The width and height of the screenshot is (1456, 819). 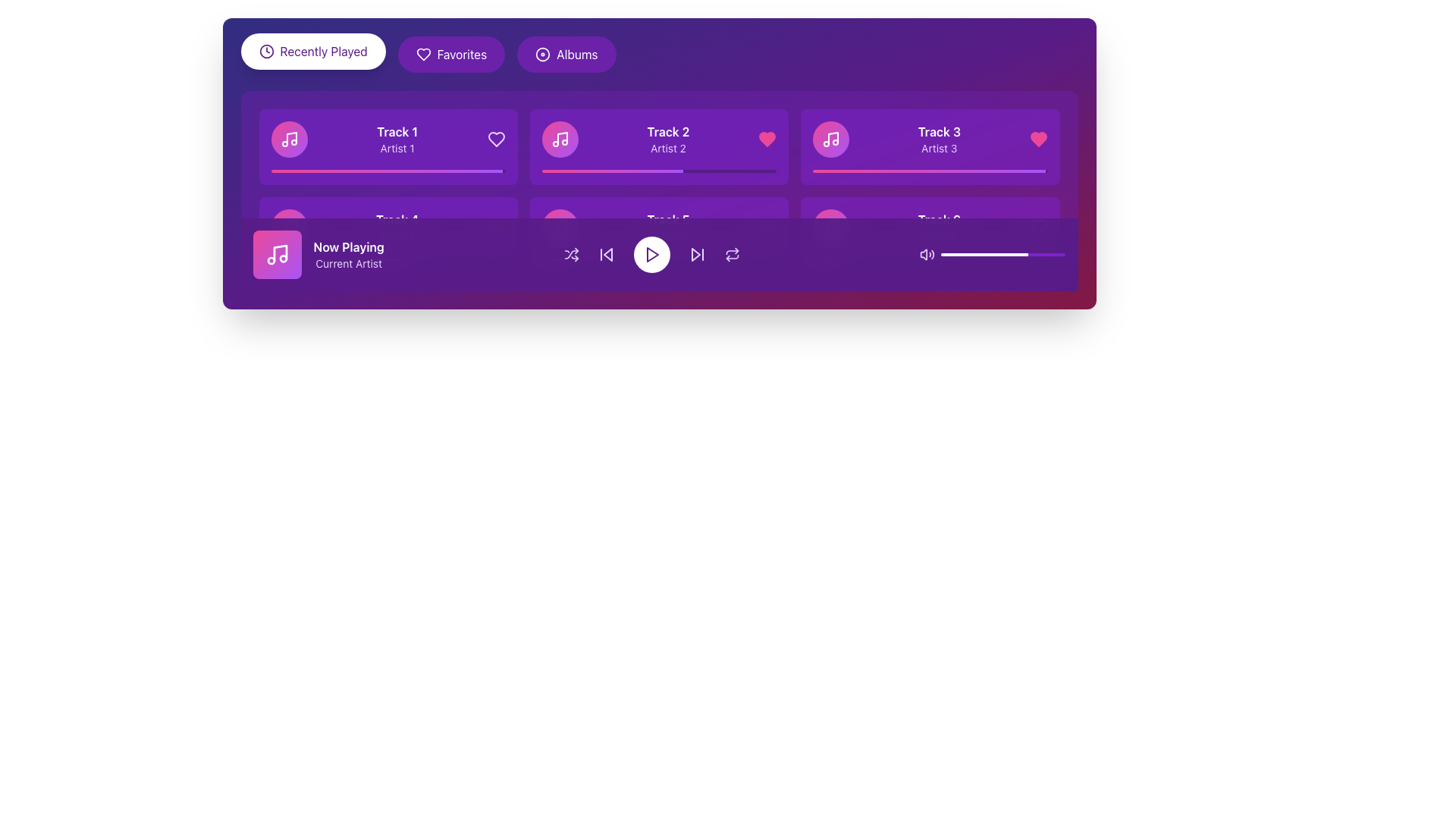 What do you see at coordinates (388, 140) in the screenshot?
I see `the music track list item displaying 'Track 1' by 'Artist 1'` at bounding box center [388, 140].